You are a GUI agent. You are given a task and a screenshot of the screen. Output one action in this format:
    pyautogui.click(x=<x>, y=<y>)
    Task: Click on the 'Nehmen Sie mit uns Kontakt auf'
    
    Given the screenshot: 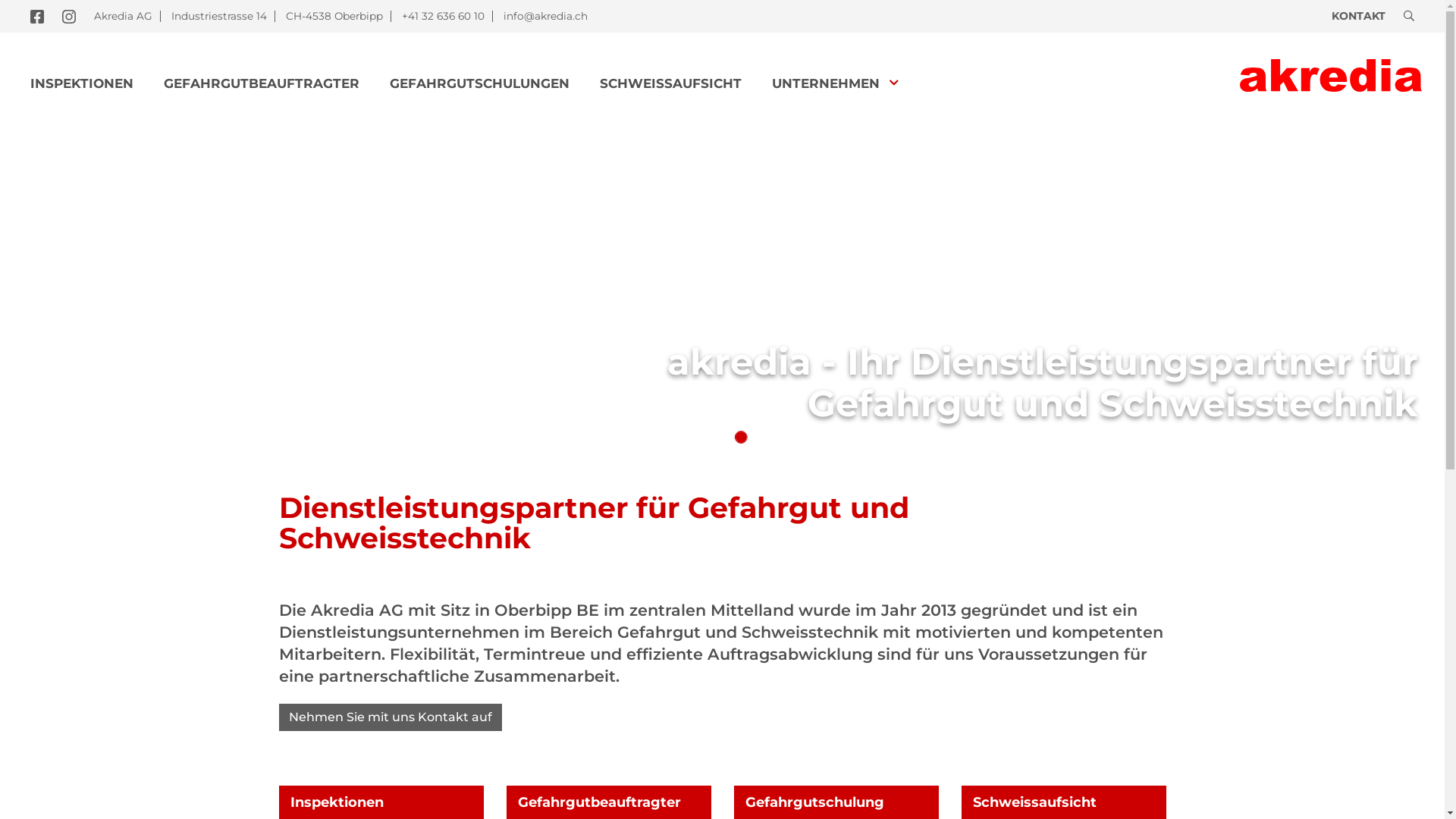 What is the action you would take?
    pyautogui.click(x=390, y=717)
    